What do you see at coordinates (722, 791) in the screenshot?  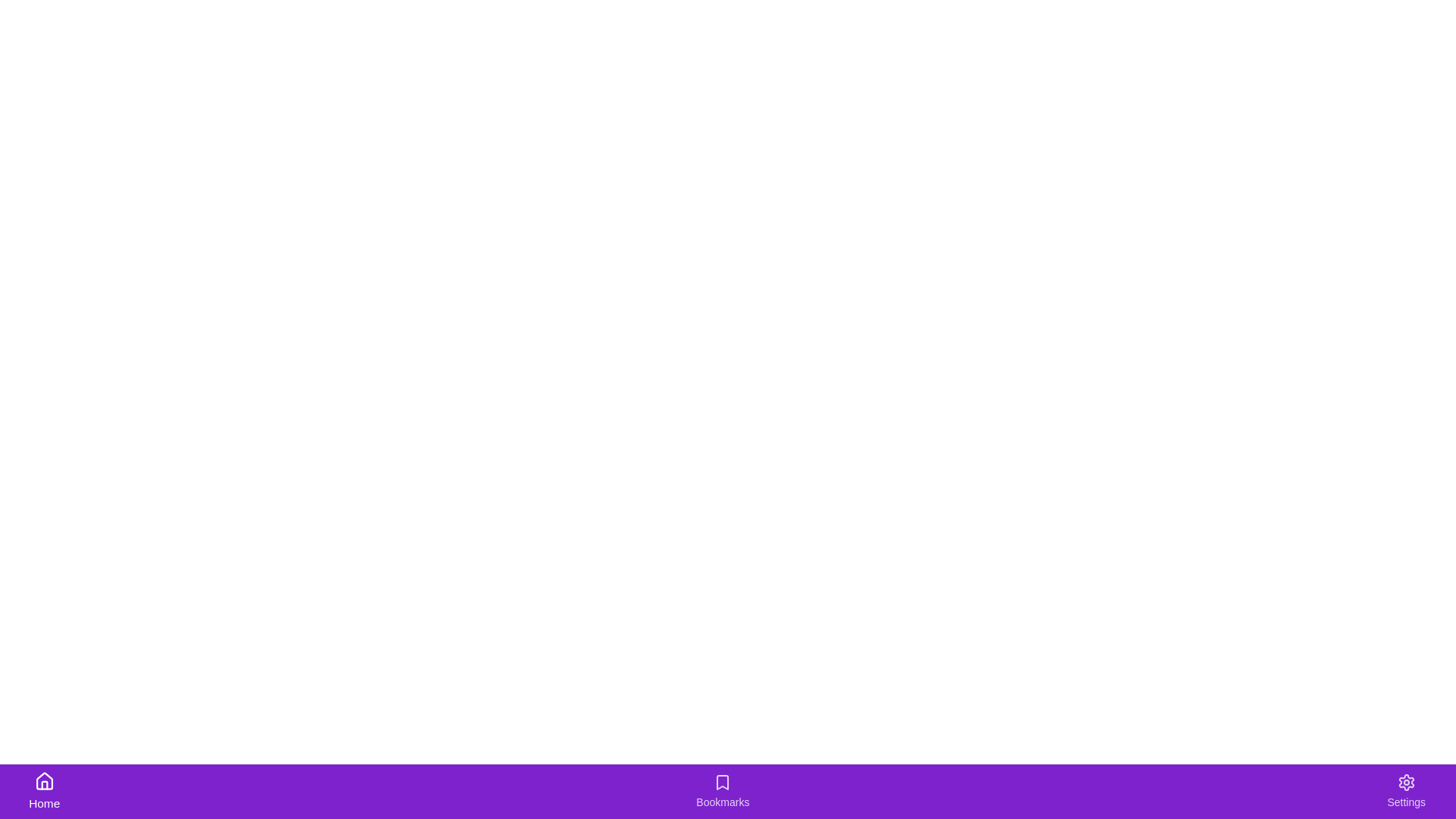 I see `the Bookmarks tab to observe its hover effects` at bounding box center [722, 791].